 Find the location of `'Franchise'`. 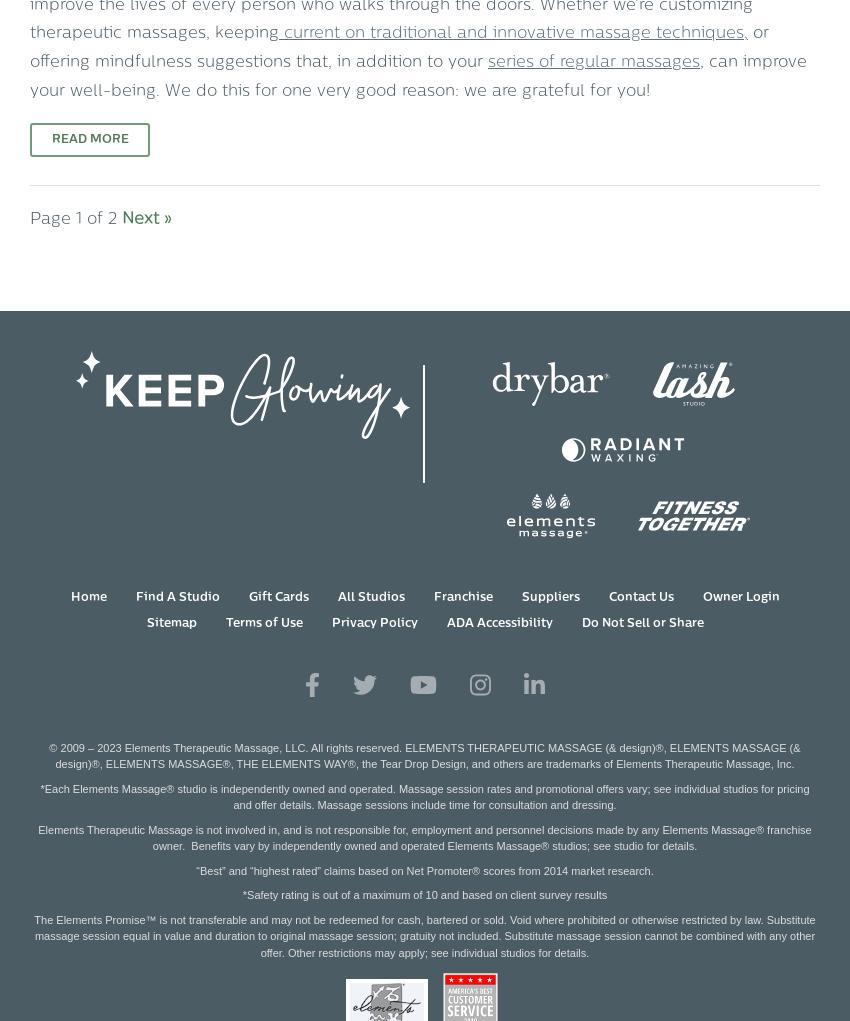

'Franchise' is located at coordinates (461, 596).